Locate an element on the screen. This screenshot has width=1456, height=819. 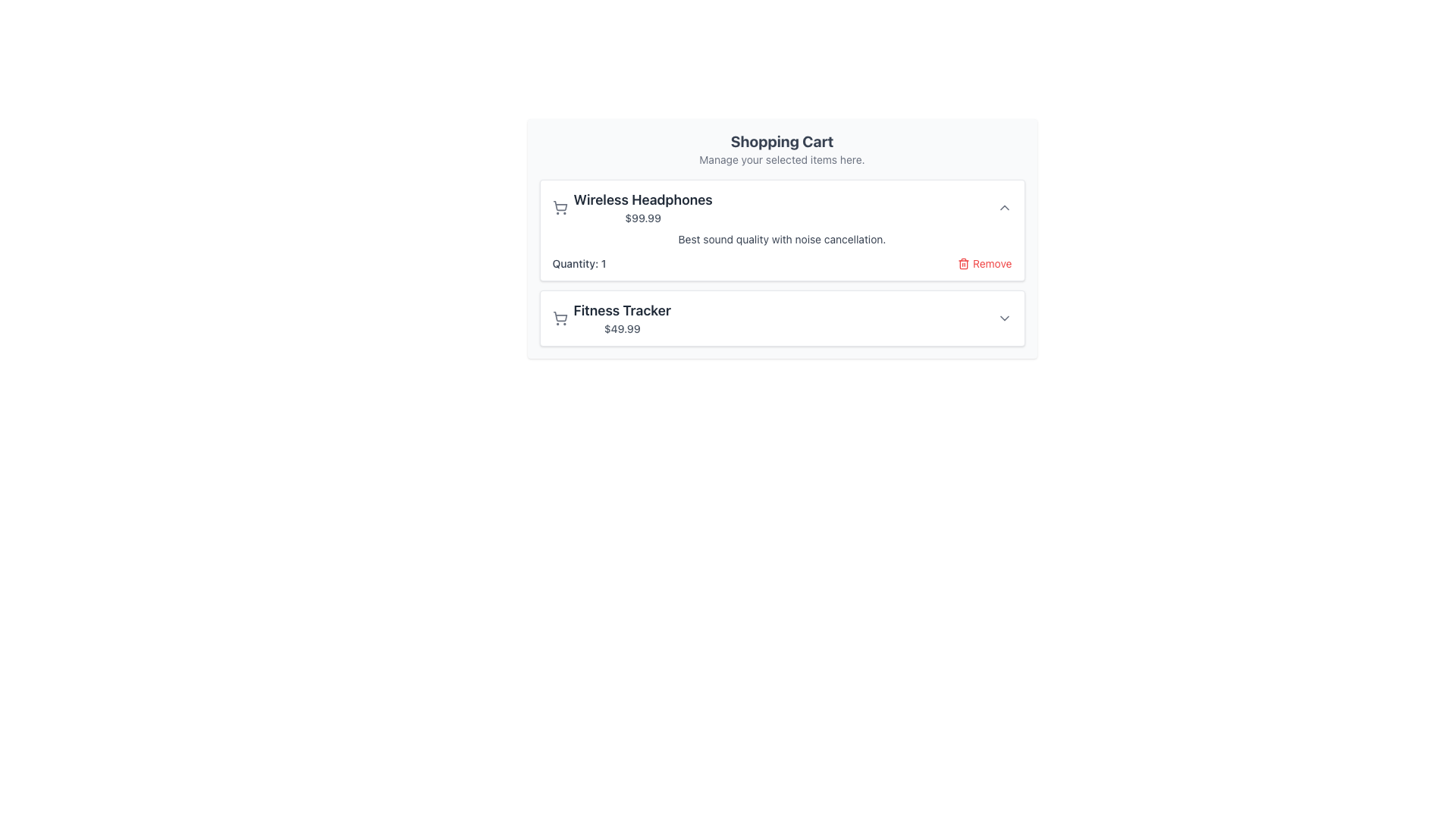
the upward-pointing chevron icon located at the top right corner of the product details section for 'Wireless Headphones' is located at coordinates (1004, 207).